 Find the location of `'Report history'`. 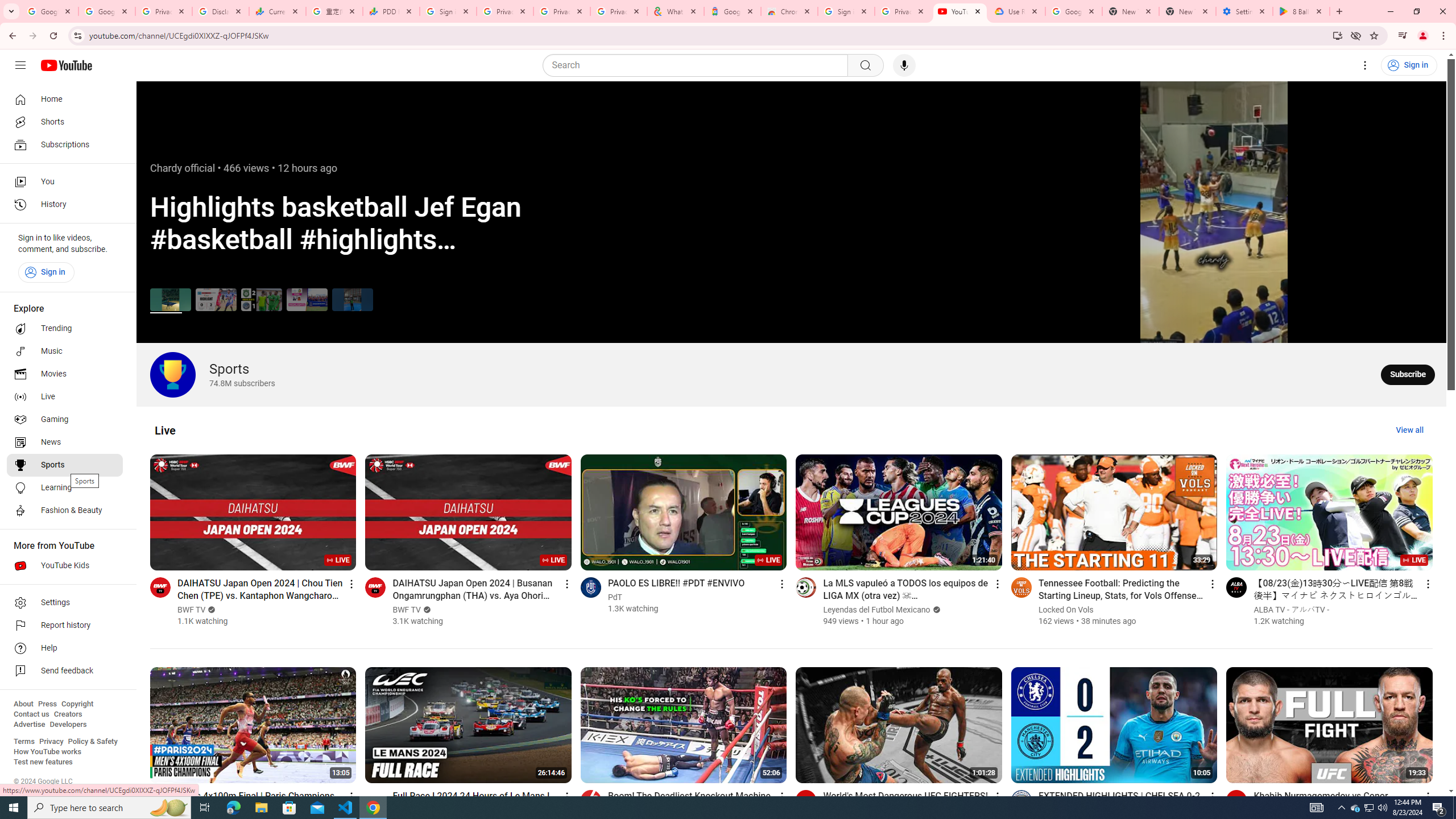

'Report history' is located at coordinates (64, 625).